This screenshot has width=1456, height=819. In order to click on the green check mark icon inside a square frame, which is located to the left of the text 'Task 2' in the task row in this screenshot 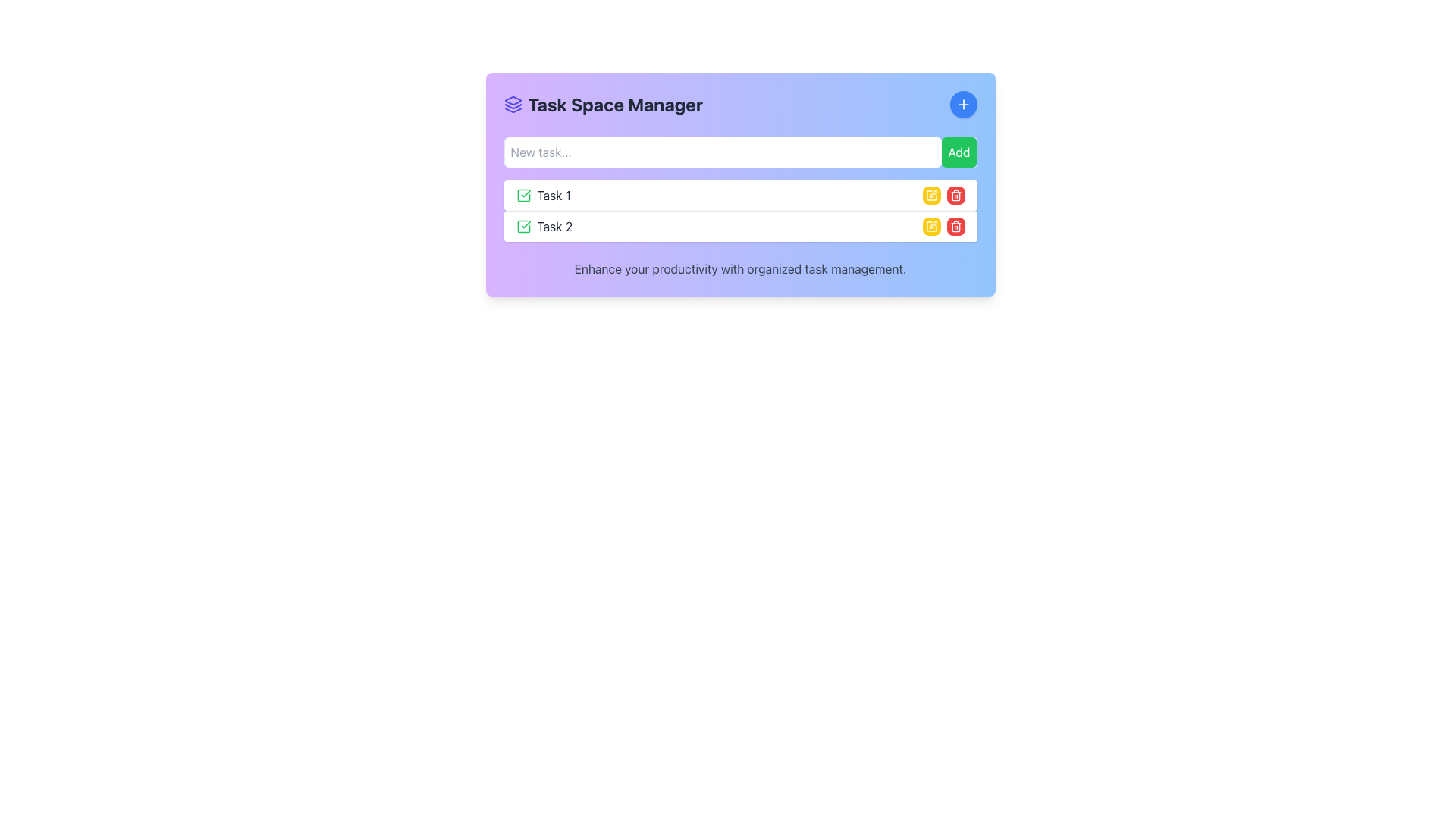, I will do `click(523, 227)`.